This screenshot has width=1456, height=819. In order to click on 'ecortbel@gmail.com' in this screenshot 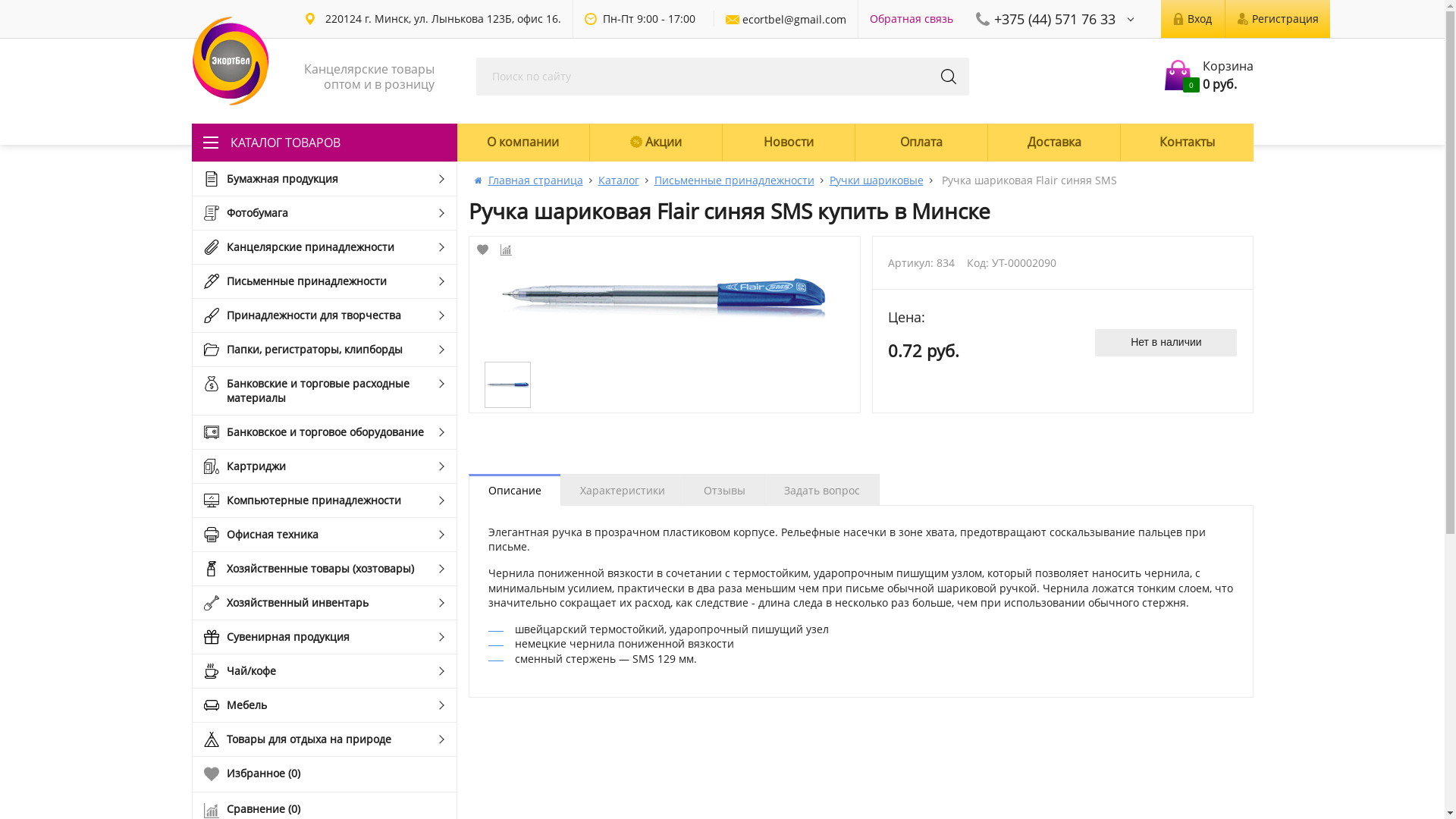, I will do `click(785, 20)`.